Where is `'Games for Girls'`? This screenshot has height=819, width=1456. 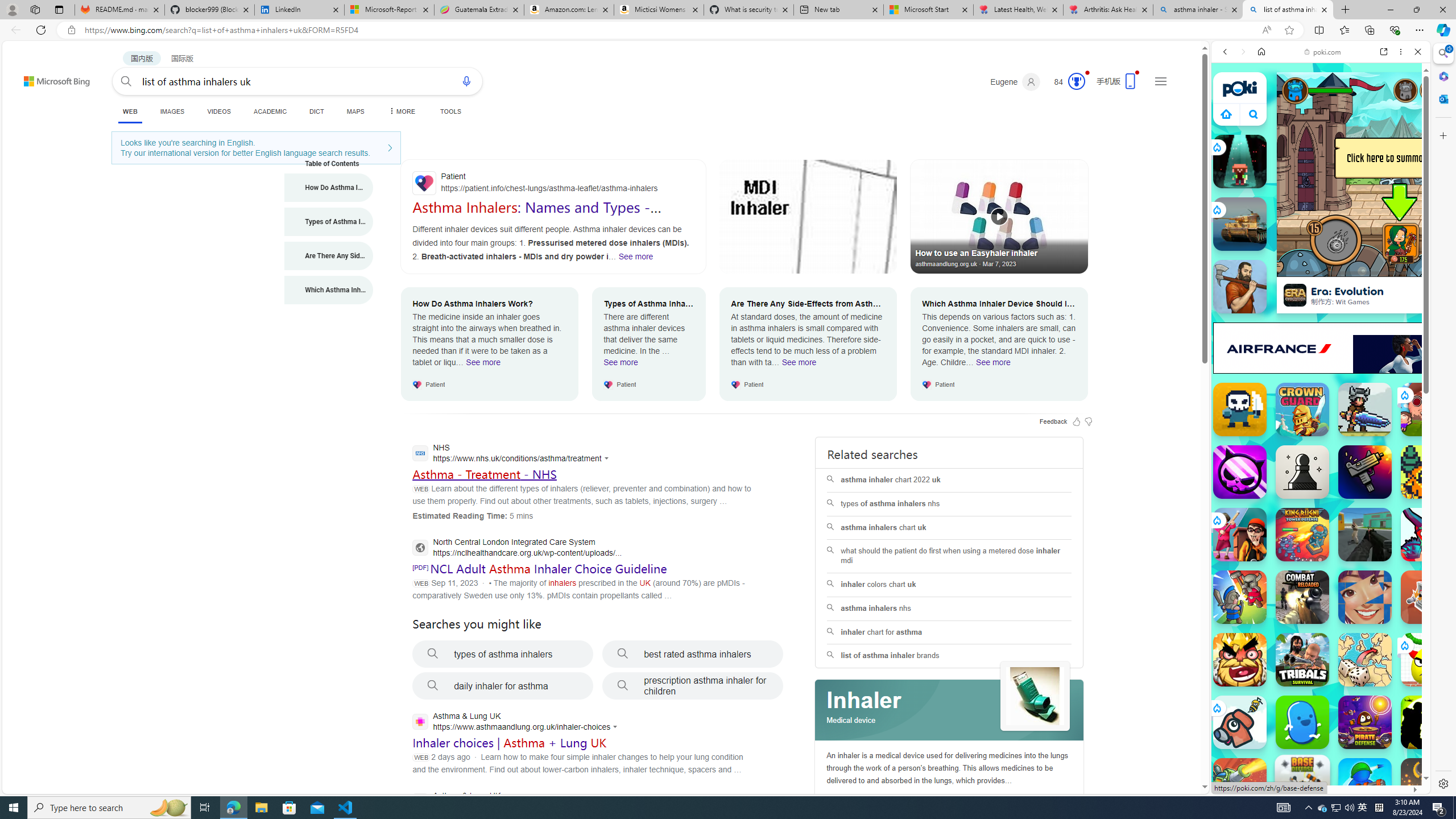
'Games for Girls' is located at coordinates (1319, 407).